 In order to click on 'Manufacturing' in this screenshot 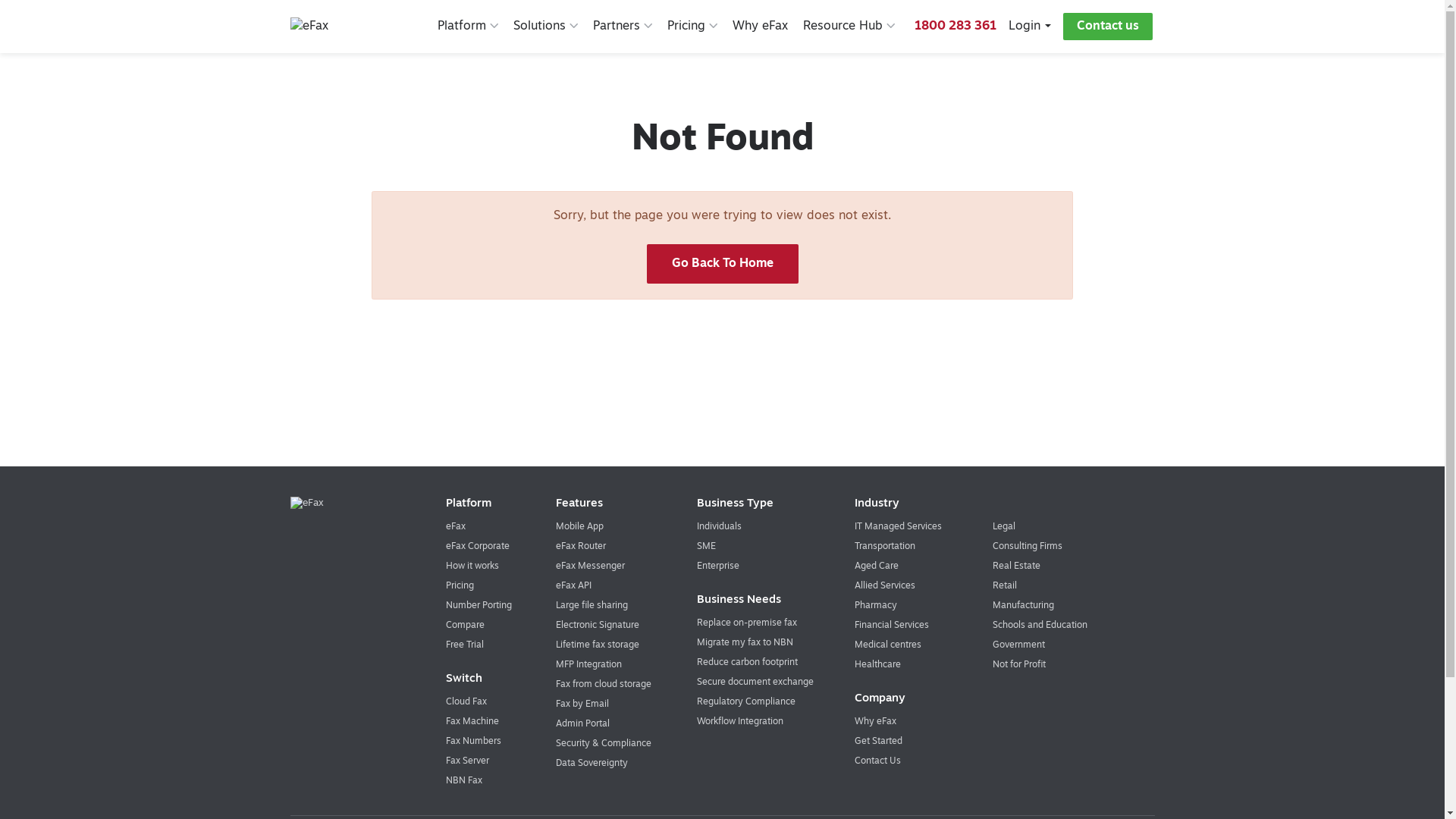, I will do `click(1023, 604)`.